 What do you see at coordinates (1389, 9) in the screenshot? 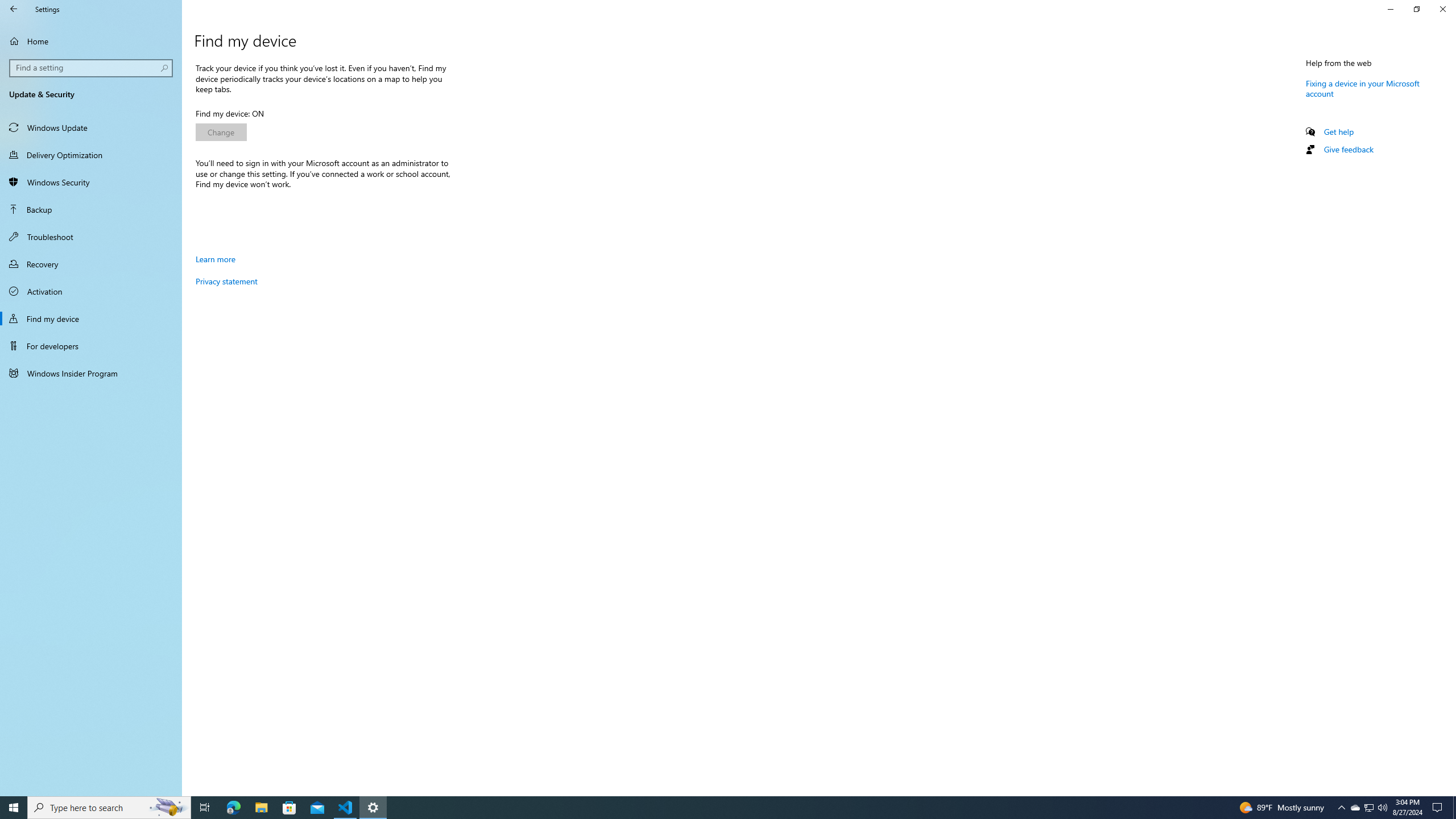
I see `'Minimize Settings'` at bounding box center [1389, 9].